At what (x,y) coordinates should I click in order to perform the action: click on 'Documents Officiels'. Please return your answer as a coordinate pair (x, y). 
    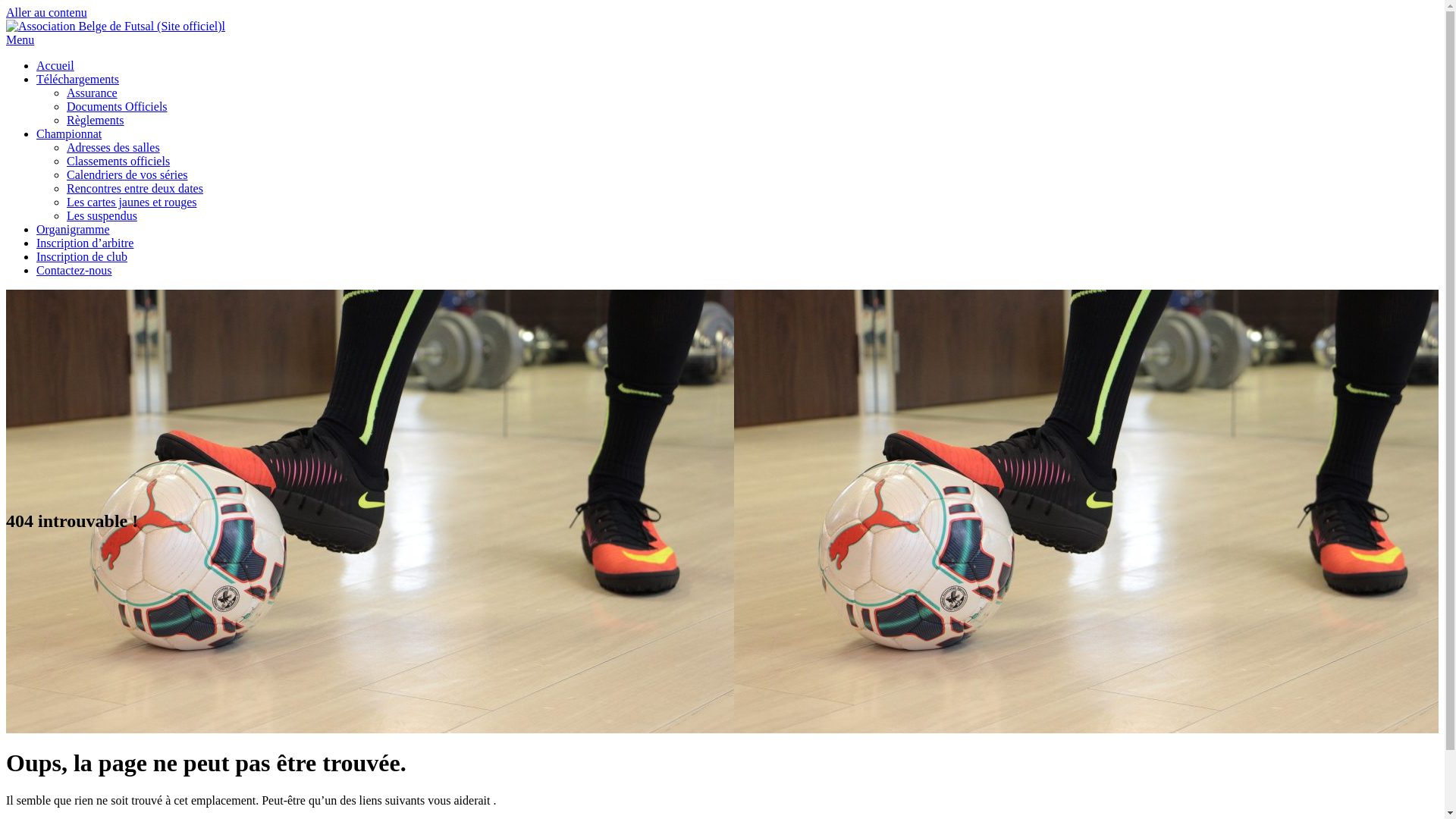
    Looking at the image, I should click on (116, 105).